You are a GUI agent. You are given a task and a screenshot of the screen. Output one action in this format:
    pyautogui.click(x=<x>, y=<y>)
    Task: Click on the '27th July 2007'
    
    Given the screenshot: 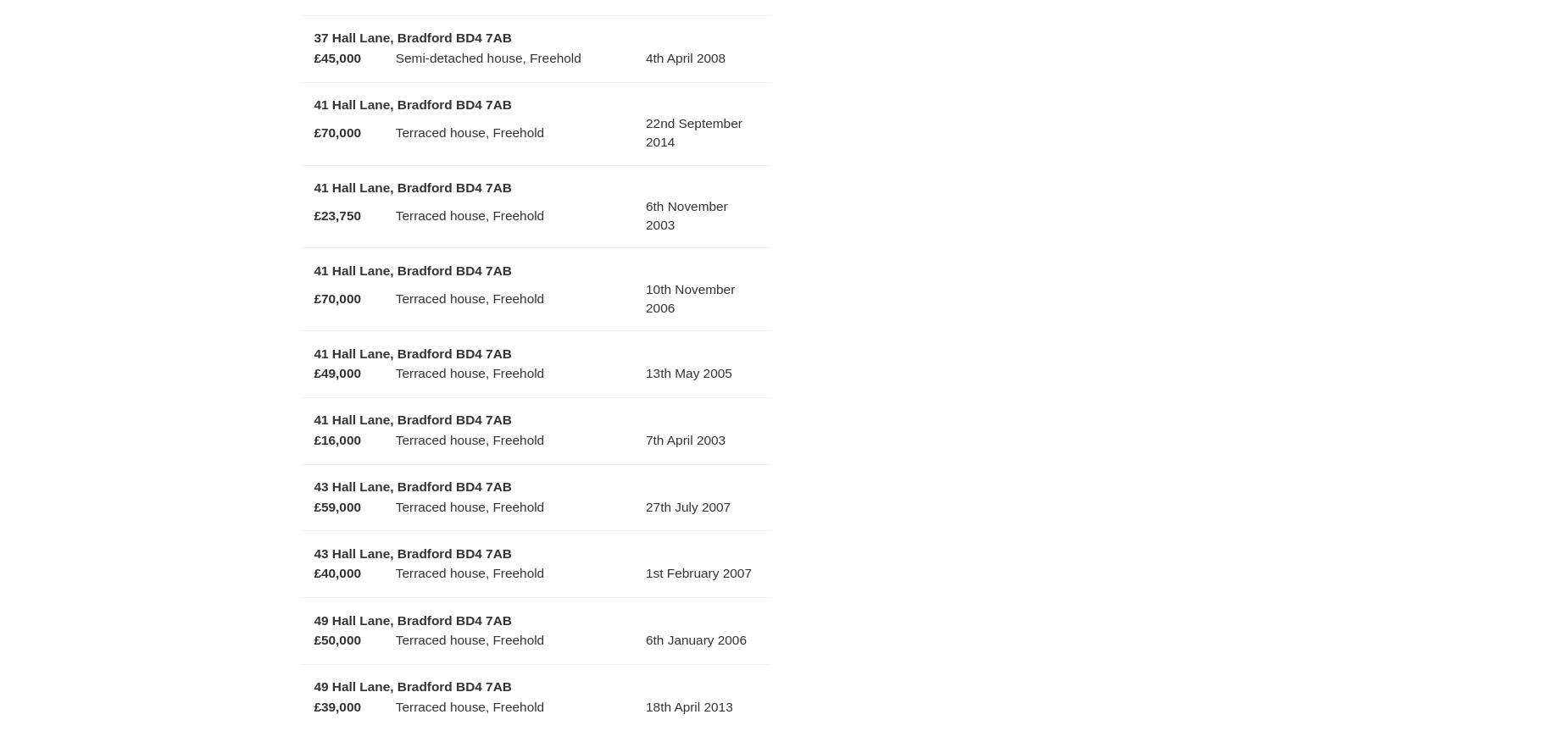 What is the action you would take?
    pyautogui.click(x=687, y=506)
    